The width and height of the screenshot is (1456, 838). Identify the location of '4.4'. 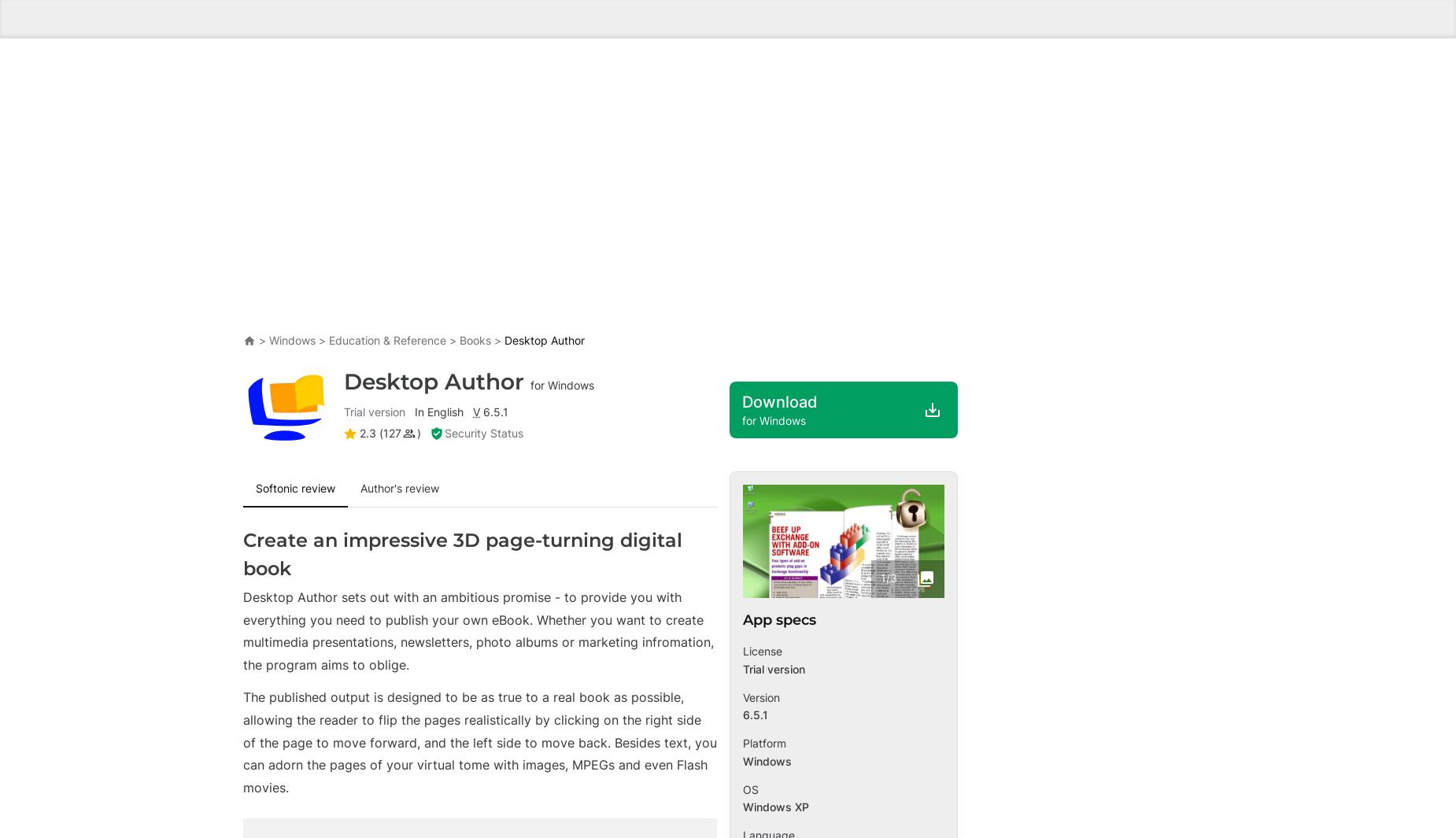
(832, 50).